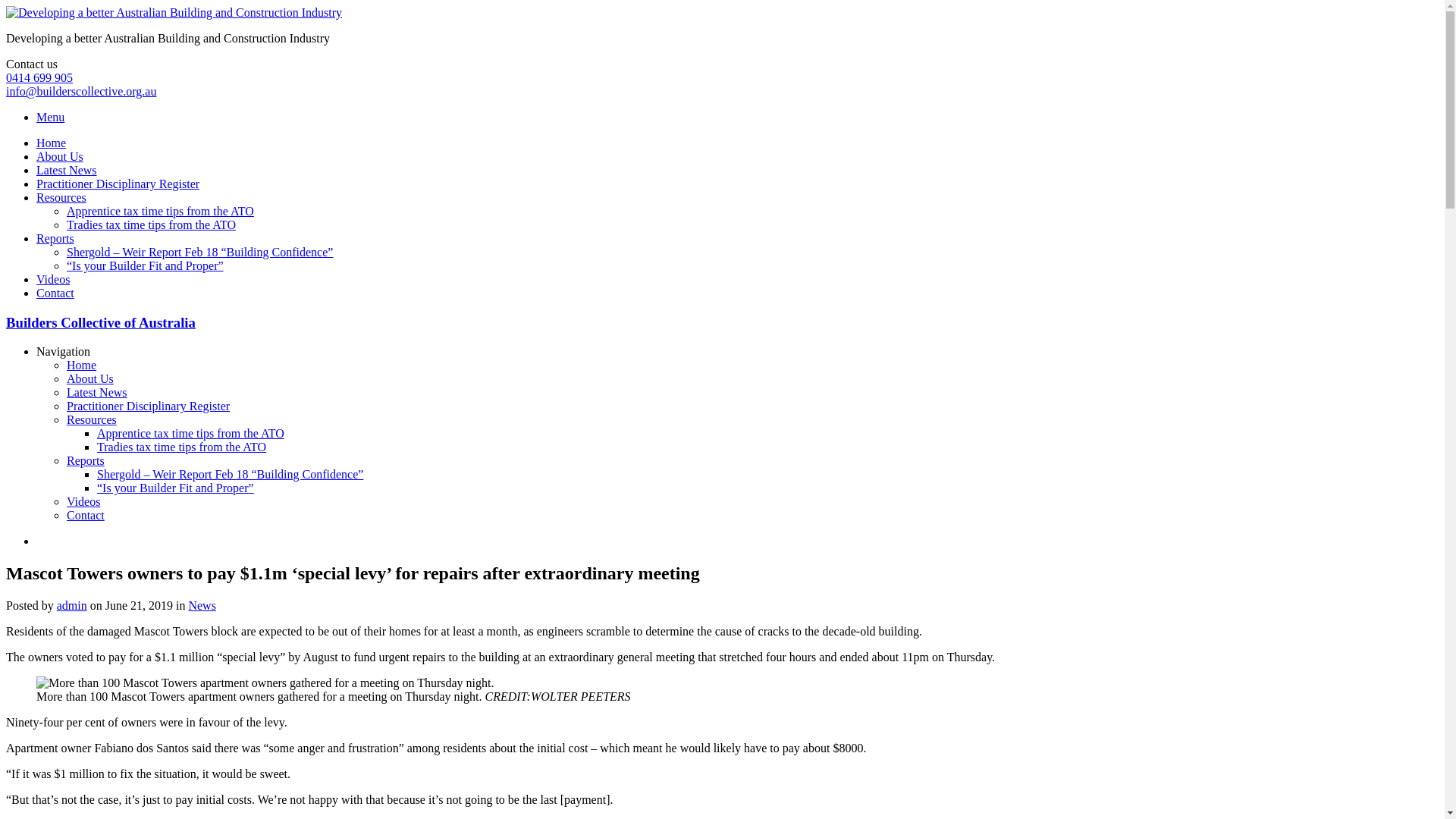  Describe the element at coordinates (80, 91) in the screenshot. I see `'info@builderscollective.org.au'` at that location.